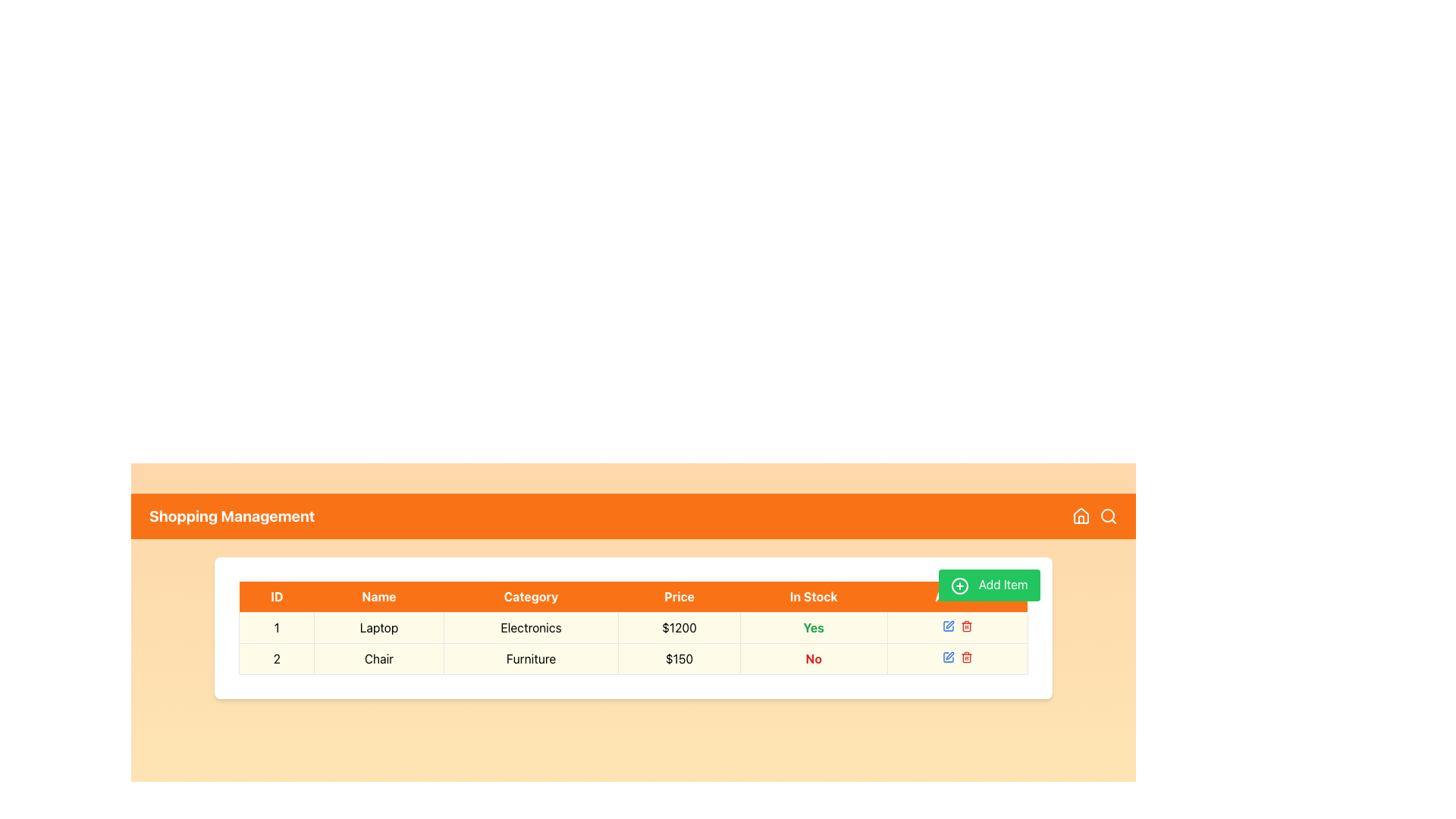  Describe the element at coordinates (1080, 514) in the screenshot. I see `the orange house icon located in the top-right corner of the interface` at that location.